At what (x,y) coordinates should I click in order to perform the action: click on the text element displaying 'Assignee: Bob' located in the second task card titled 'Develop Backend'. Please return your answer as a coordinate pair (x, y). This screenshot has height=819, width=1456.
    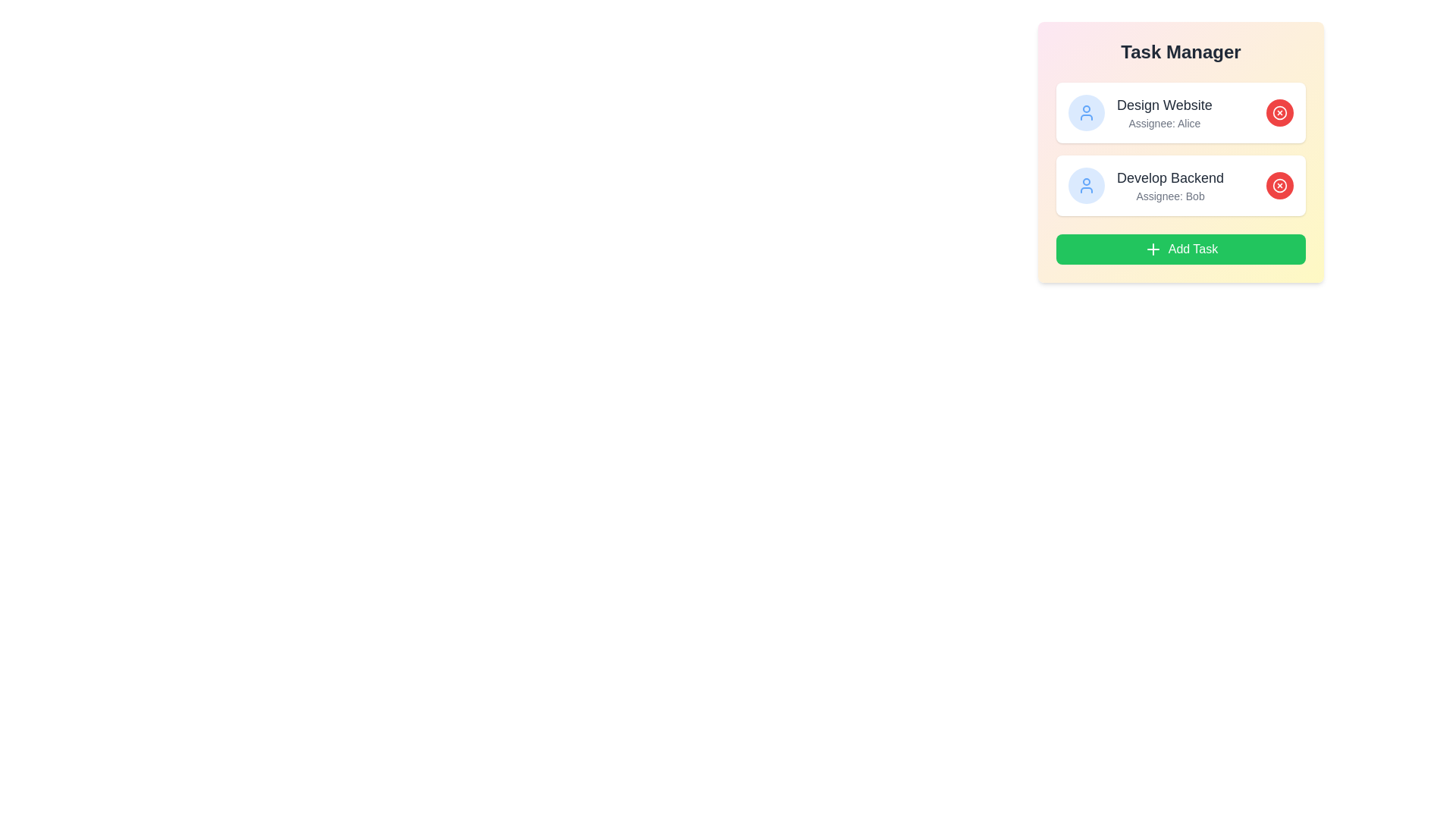
    Looking at the image, I should click on (1169, 195).